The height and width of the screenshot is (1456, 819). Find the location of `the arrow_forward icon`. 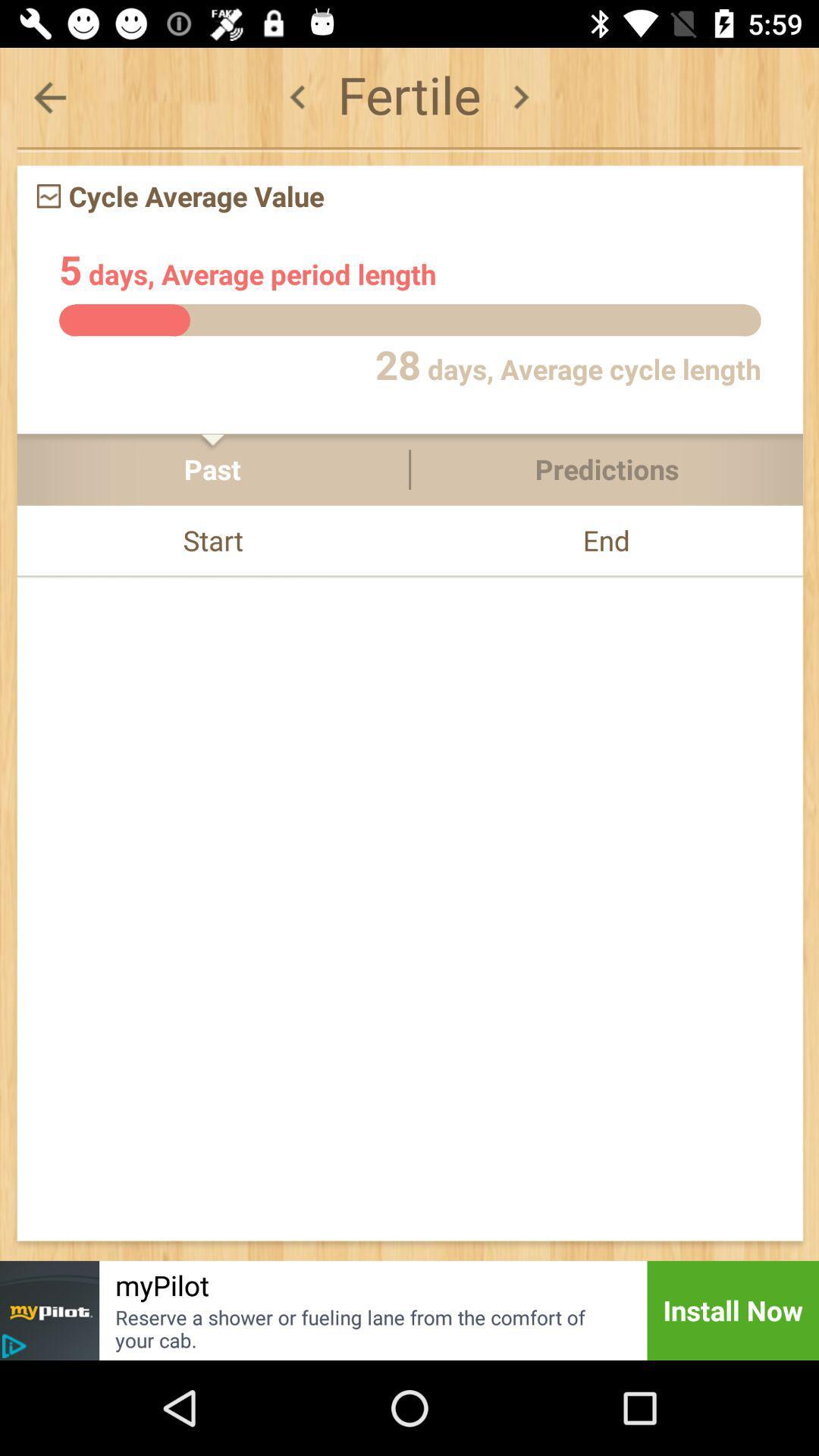

the arrow_forward icon is located at coordinates (519, 96).